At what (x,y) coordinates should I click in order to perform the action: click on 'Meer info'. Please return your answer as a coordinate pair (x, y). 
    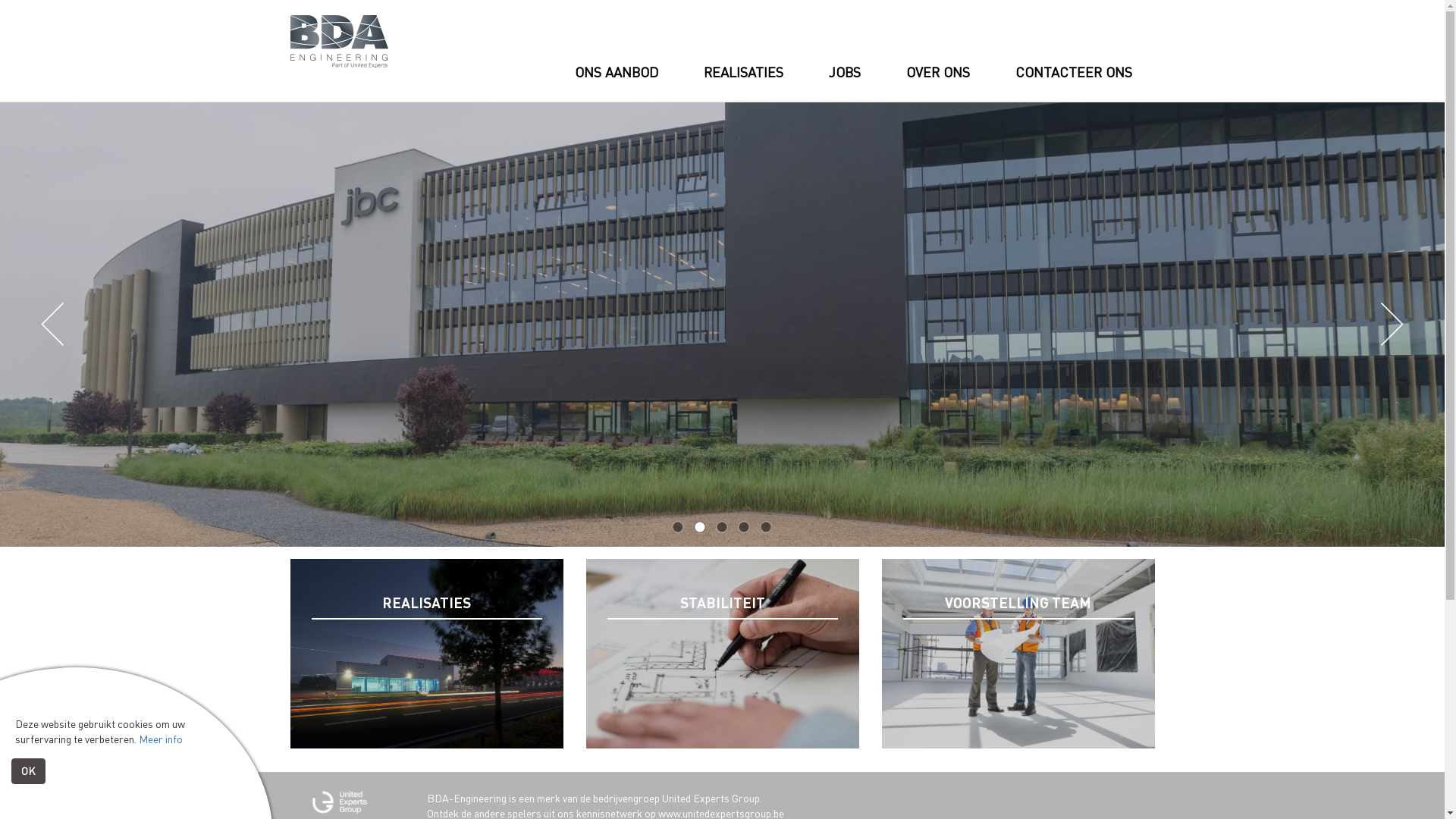
    Looking at the image, I should click on (160, 738).